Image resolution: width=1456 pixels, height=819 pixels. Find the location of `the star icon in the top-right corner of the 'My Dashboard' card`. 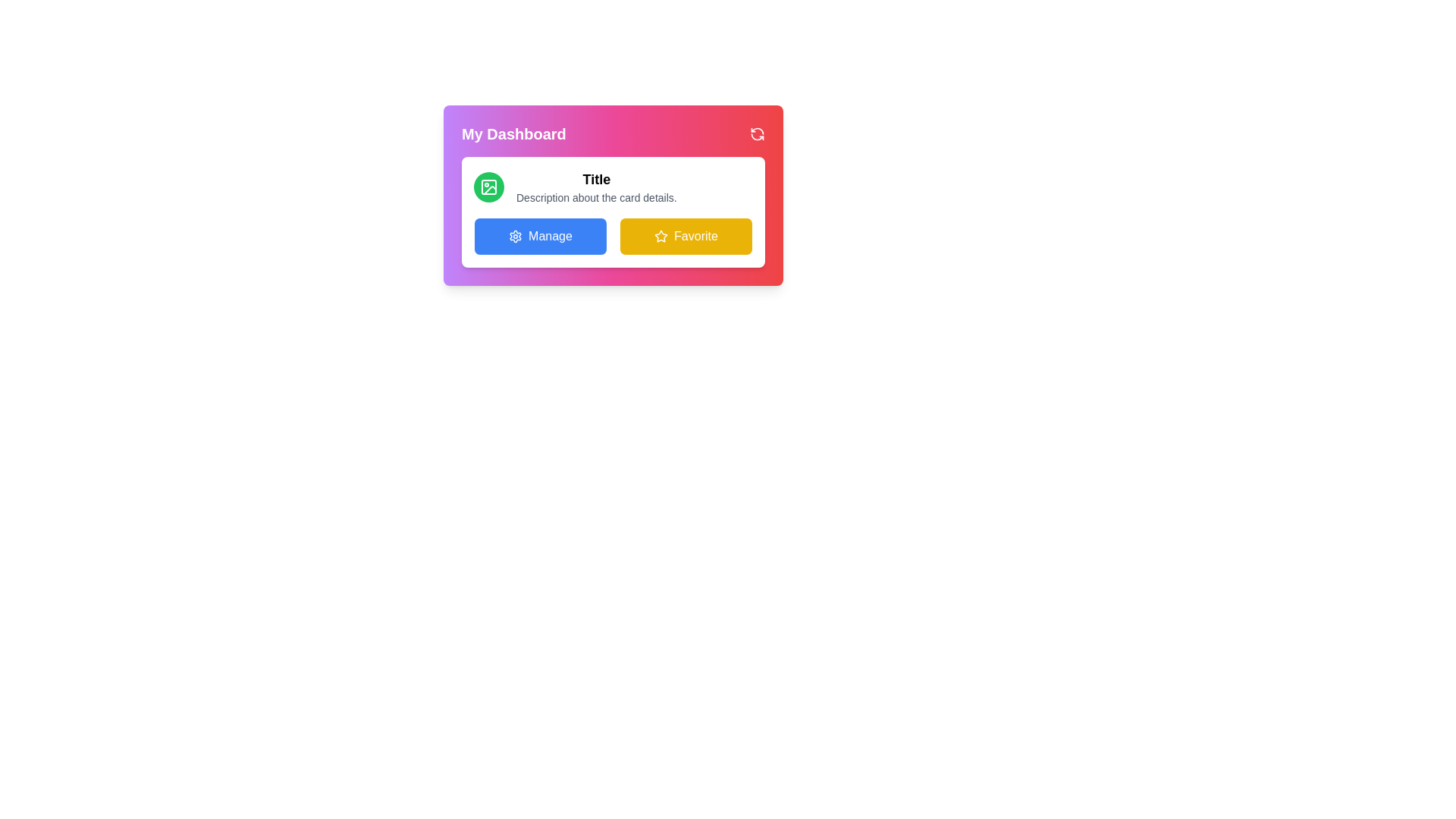

the star icon in the top-right corner of the 'My Dashboard' card is located at coordinates (661, 236).